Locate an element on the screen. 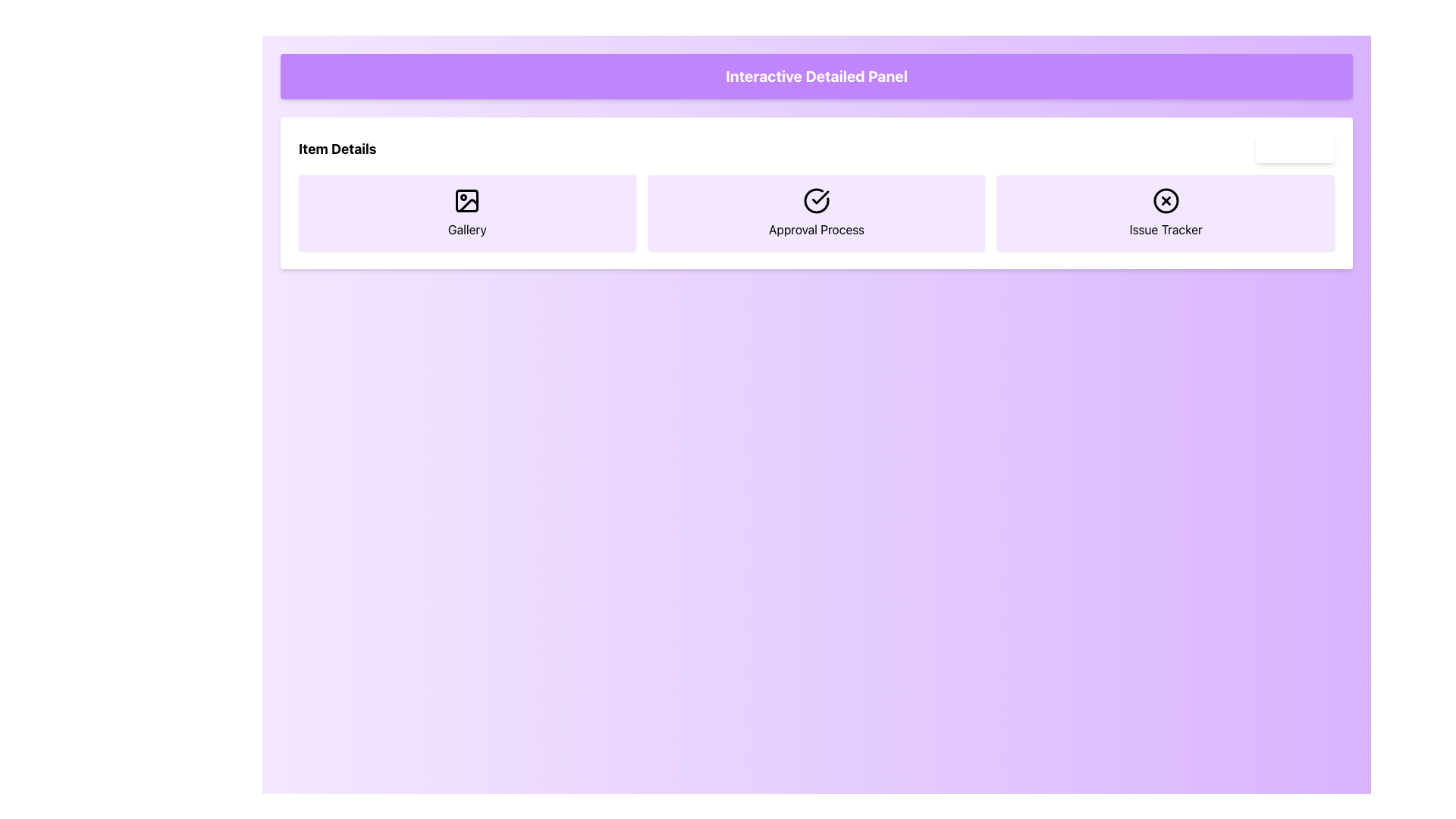  the closure icon within the 'Issue Tracker' button, located on the right side of the section below the 'Interactive Detailed Panel' header is located at coordinates (1165, 200).